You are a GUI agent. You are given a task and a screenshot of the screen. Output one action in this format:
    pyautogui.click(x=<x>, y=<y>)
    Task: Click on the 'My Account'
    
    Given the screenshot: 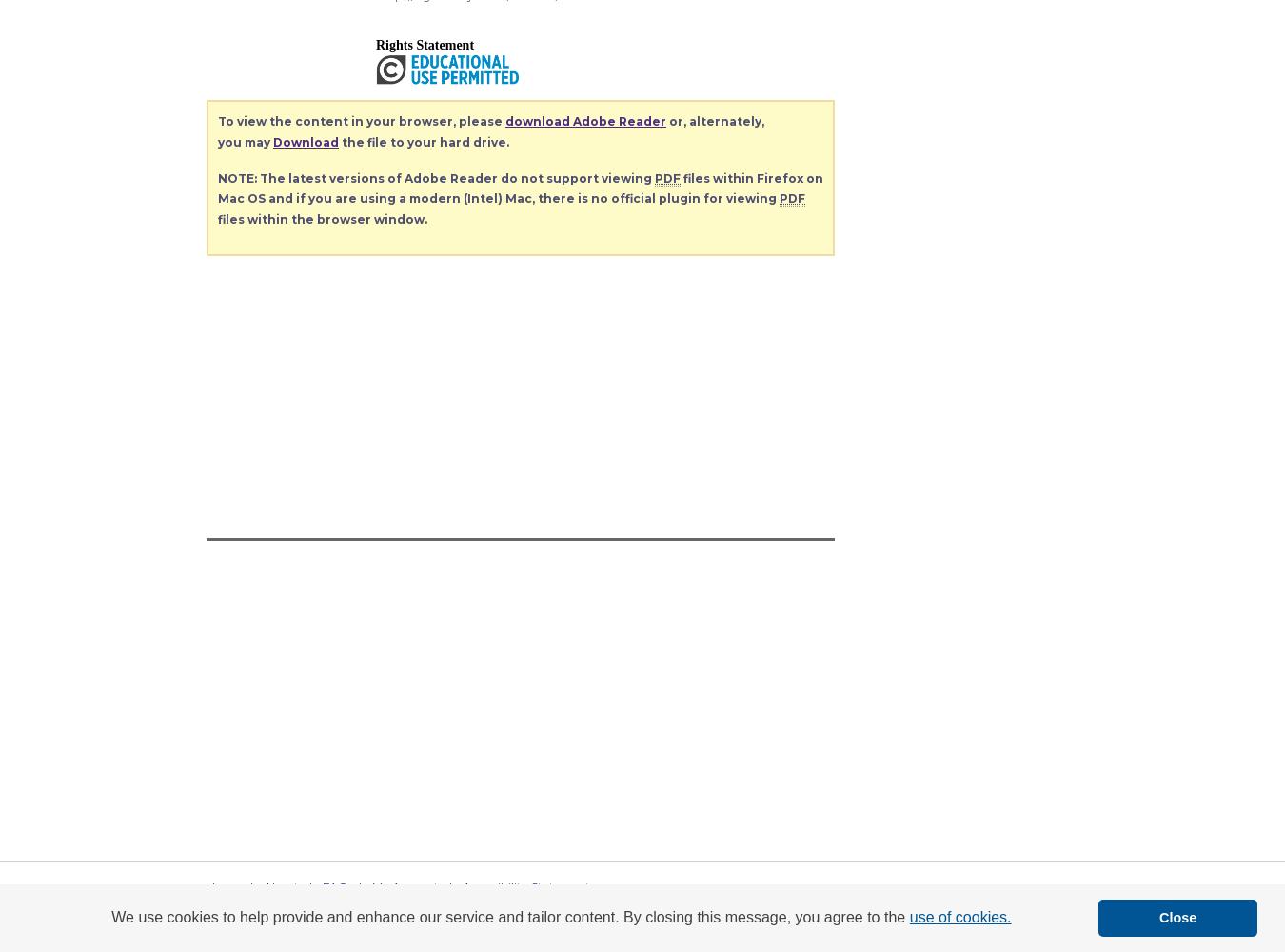 What is the action you would take?
    pyautogui.click(x=405, y=886)
    